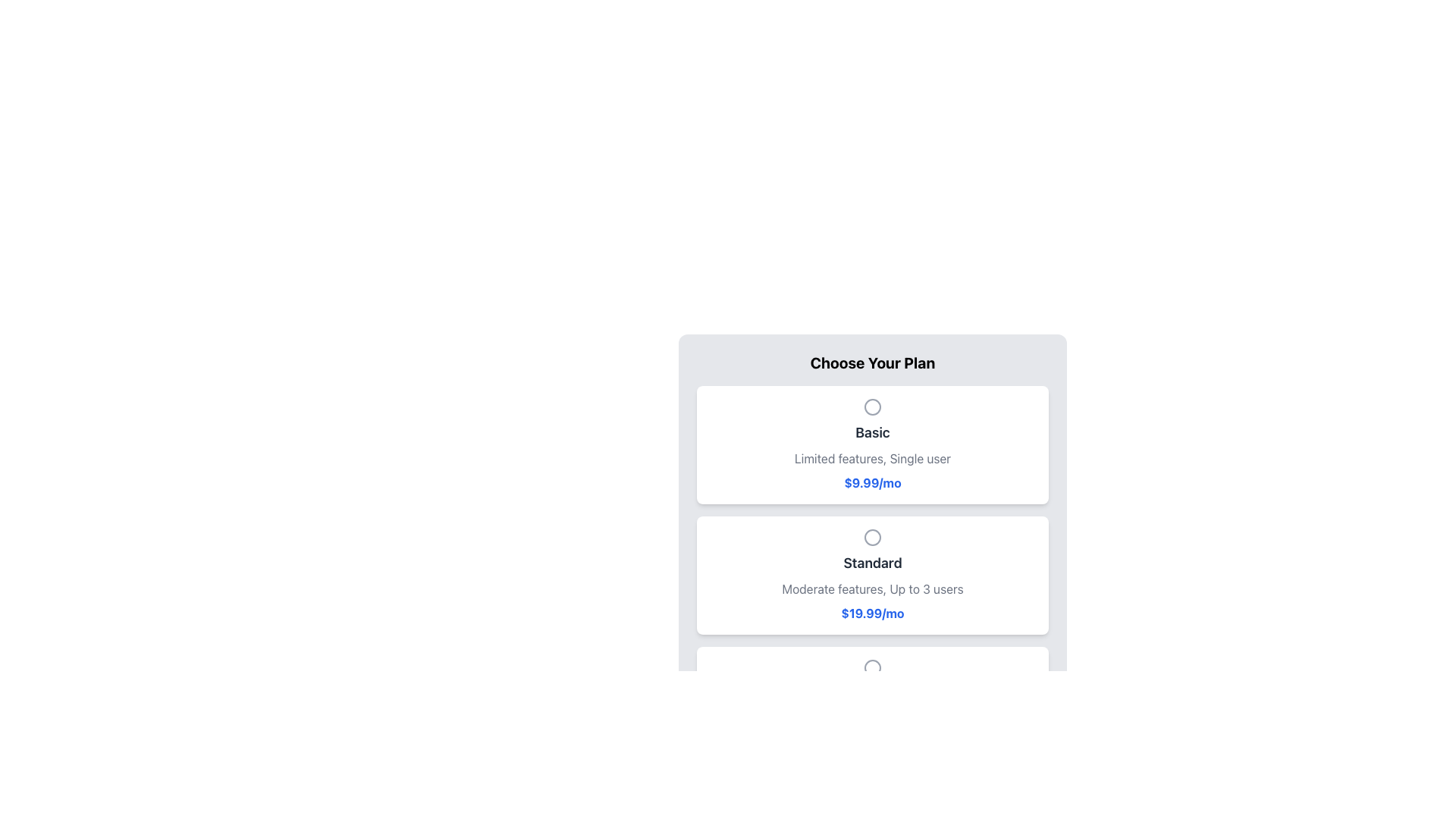 The image size is (1456, 819). Describe the element at coordinates (873, 537) in the screenshot. I see `the circular radio button within the 'Standard' plan card, located under the 'Choose Your Plan' title` at that location.